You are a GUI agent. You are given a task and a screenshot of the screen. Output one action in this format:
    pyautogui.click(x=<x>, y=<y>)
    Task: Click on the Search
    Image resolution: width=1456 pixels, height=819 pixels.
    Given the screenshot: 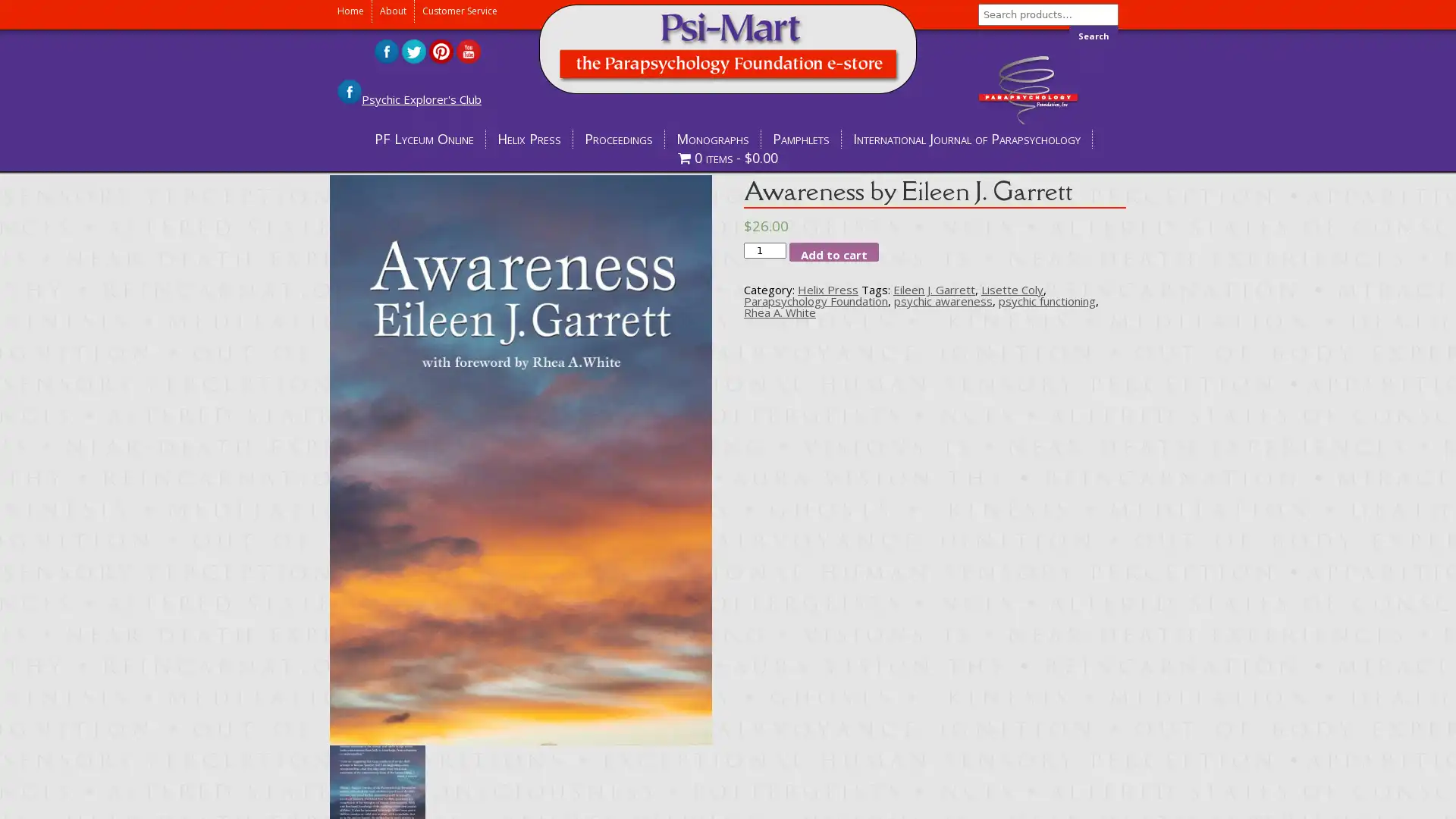 What is the action you would take?
    pyautogui.click(x=1094, y=35)
    